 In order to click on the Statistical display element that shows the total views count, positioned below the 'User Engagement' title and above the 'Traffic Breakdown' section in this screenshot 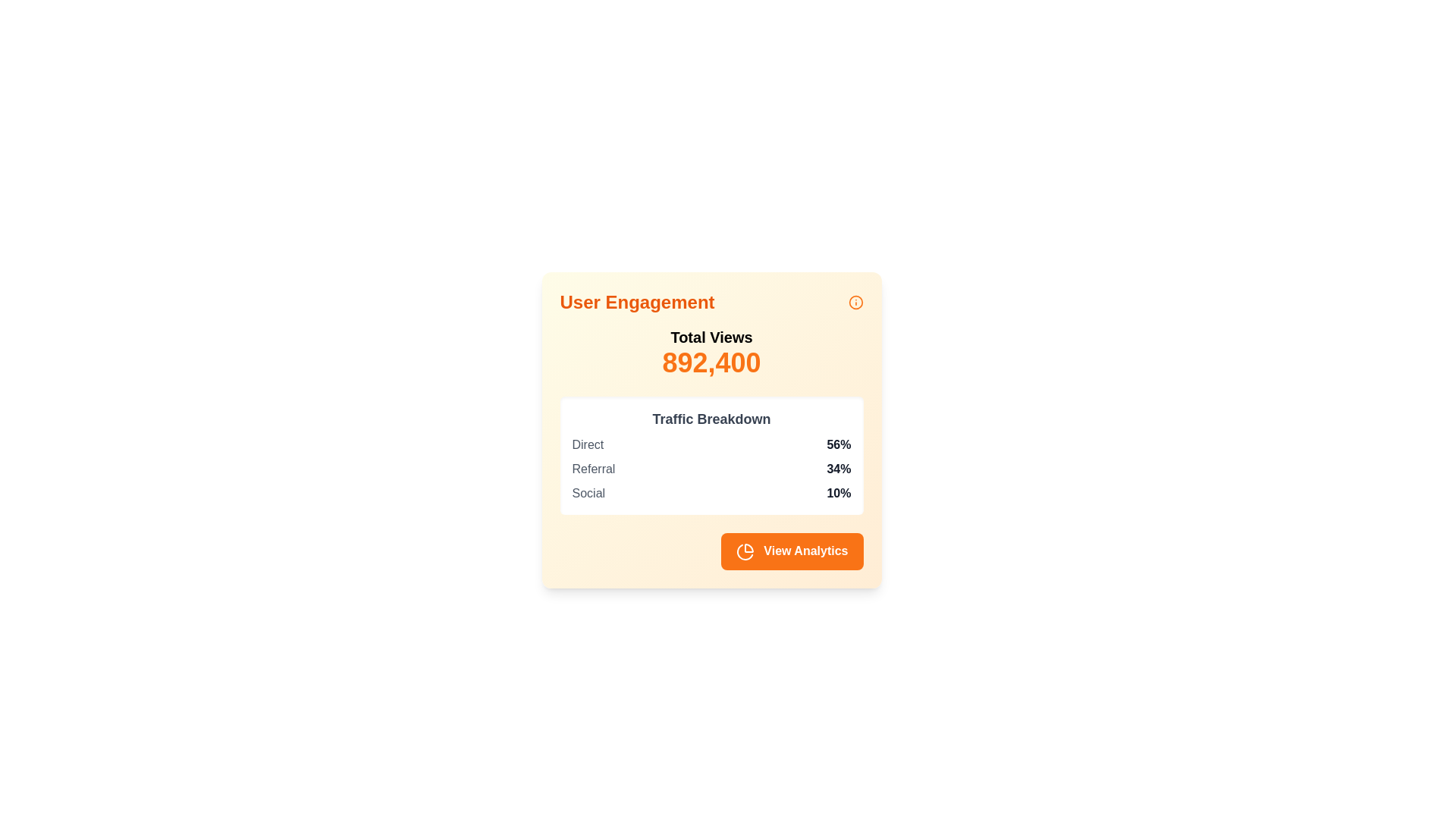, I will do `click(711, 353)`.